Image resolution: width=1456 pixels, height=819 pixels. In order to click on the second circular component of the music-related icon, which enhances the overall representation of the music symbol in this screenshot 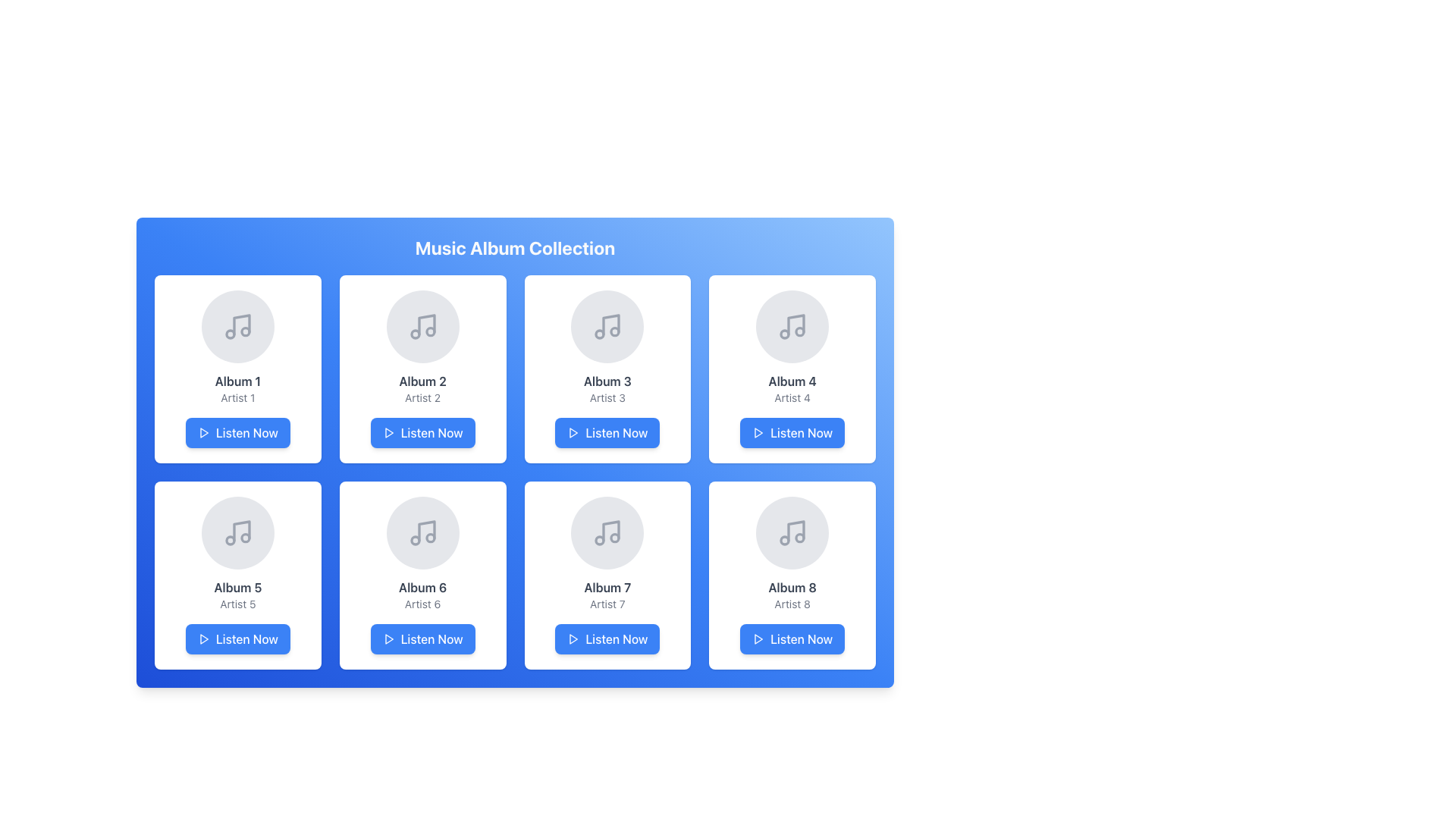, I will do `click(229, 540)`.